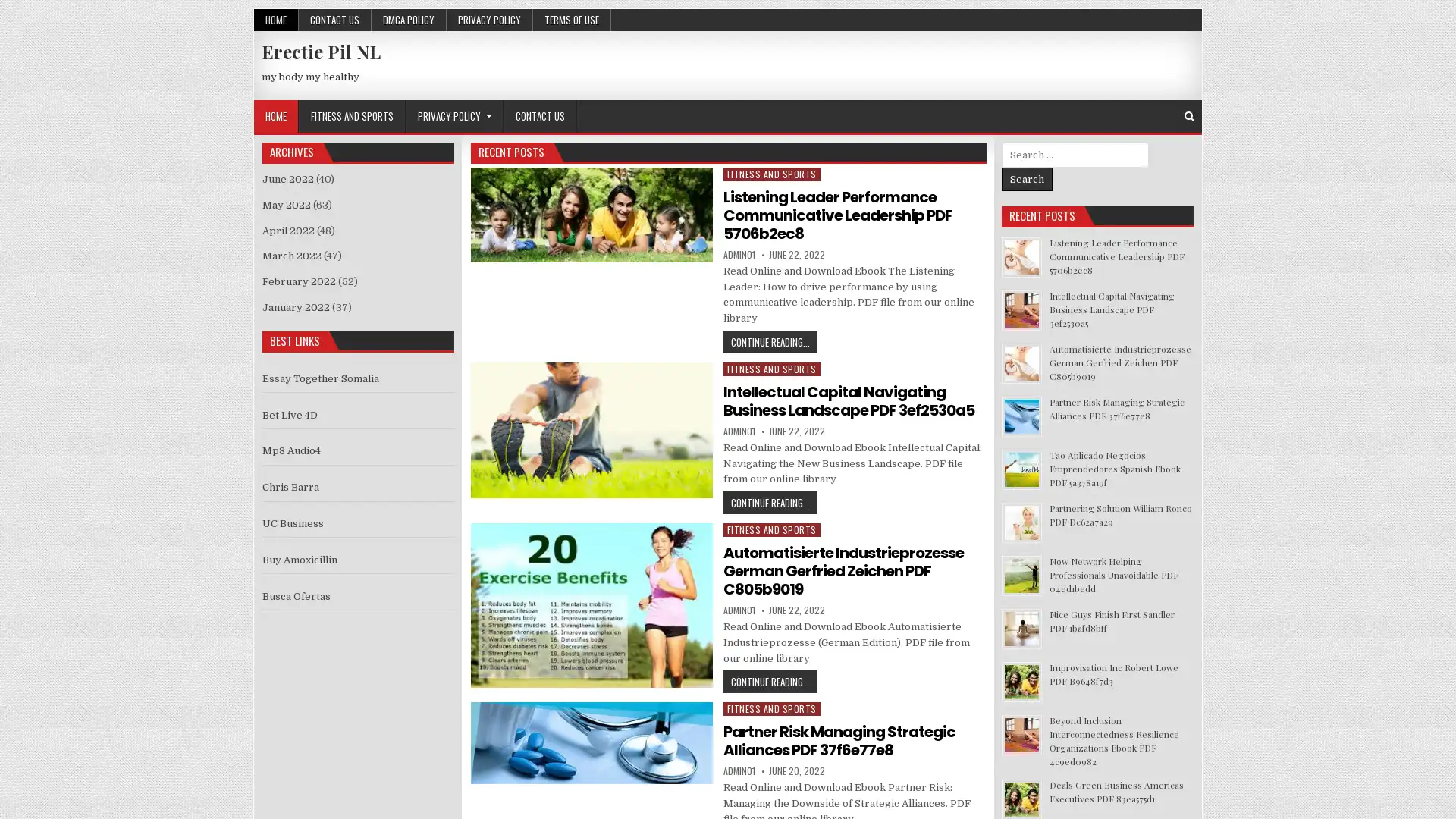 The width and height of the screenshot is (1456, 819). What do you see at coordinates (1027, 178) in the screenshot?
I see `Search` at bounding box center [1027, 178].